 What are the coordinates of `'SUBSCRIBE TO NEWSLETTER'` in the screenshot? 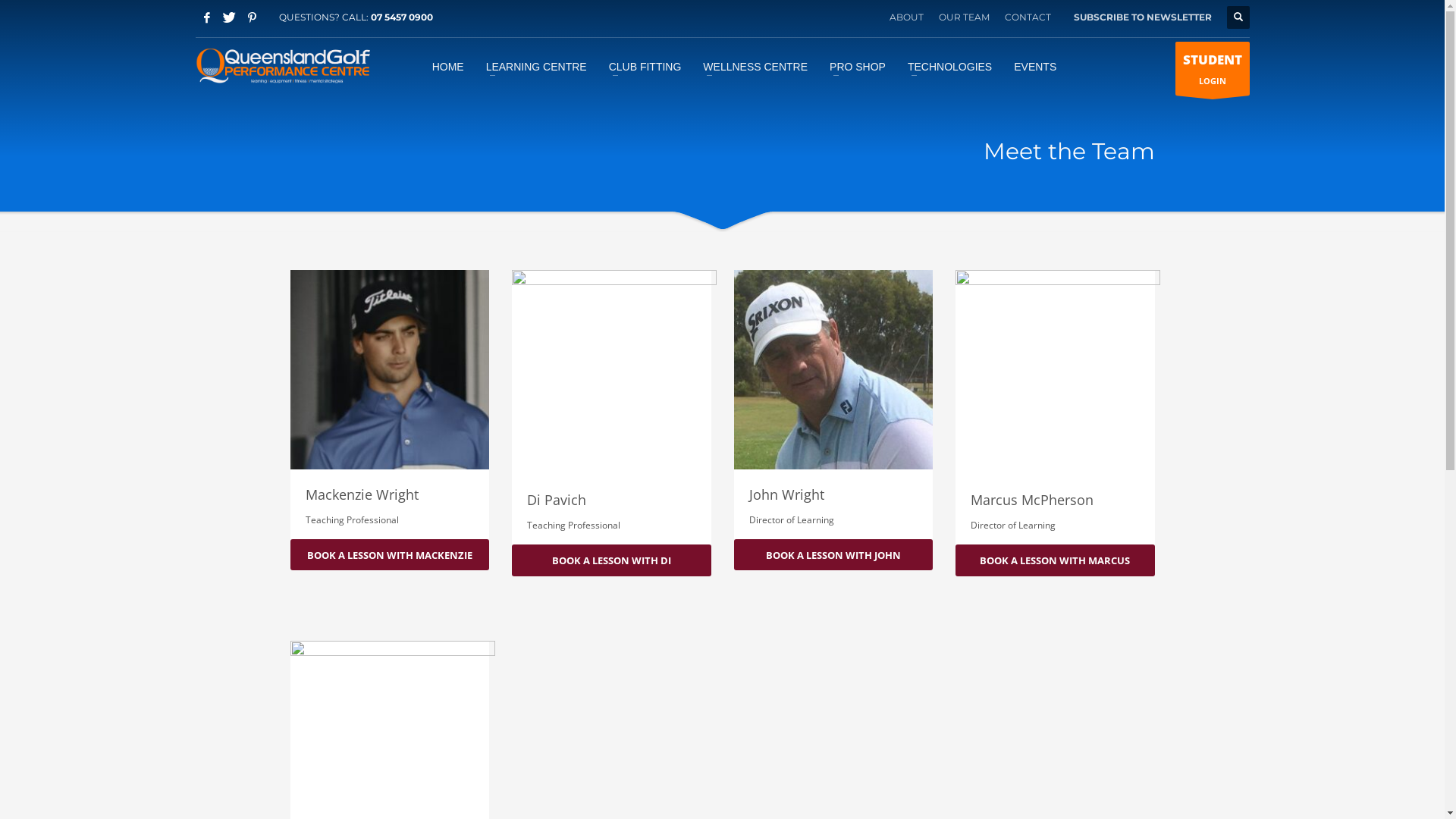 It's located at (1143, 17).